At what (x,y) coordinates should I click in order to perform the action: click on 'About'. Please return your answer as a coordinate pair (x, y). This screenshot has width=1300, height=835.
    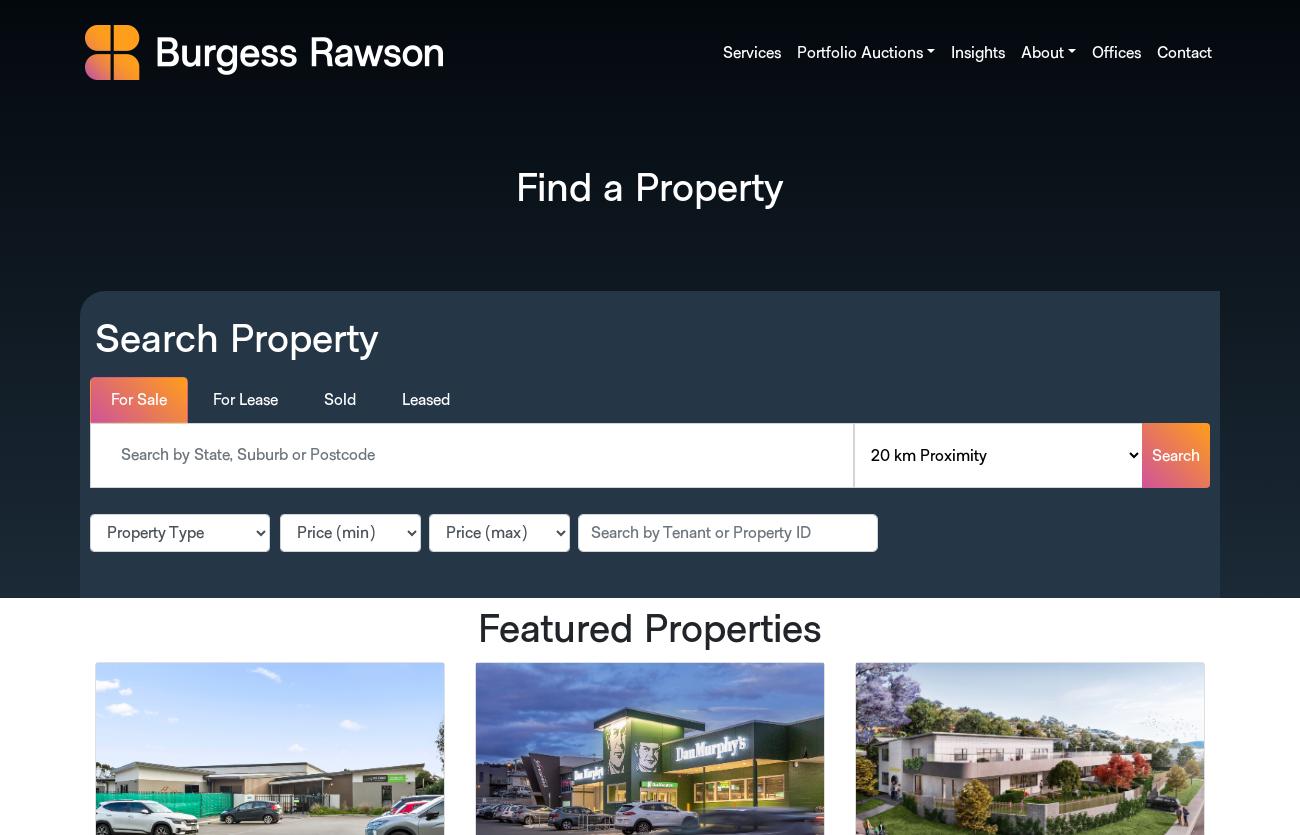
    Looking at the image, I should click on (1018, 52).